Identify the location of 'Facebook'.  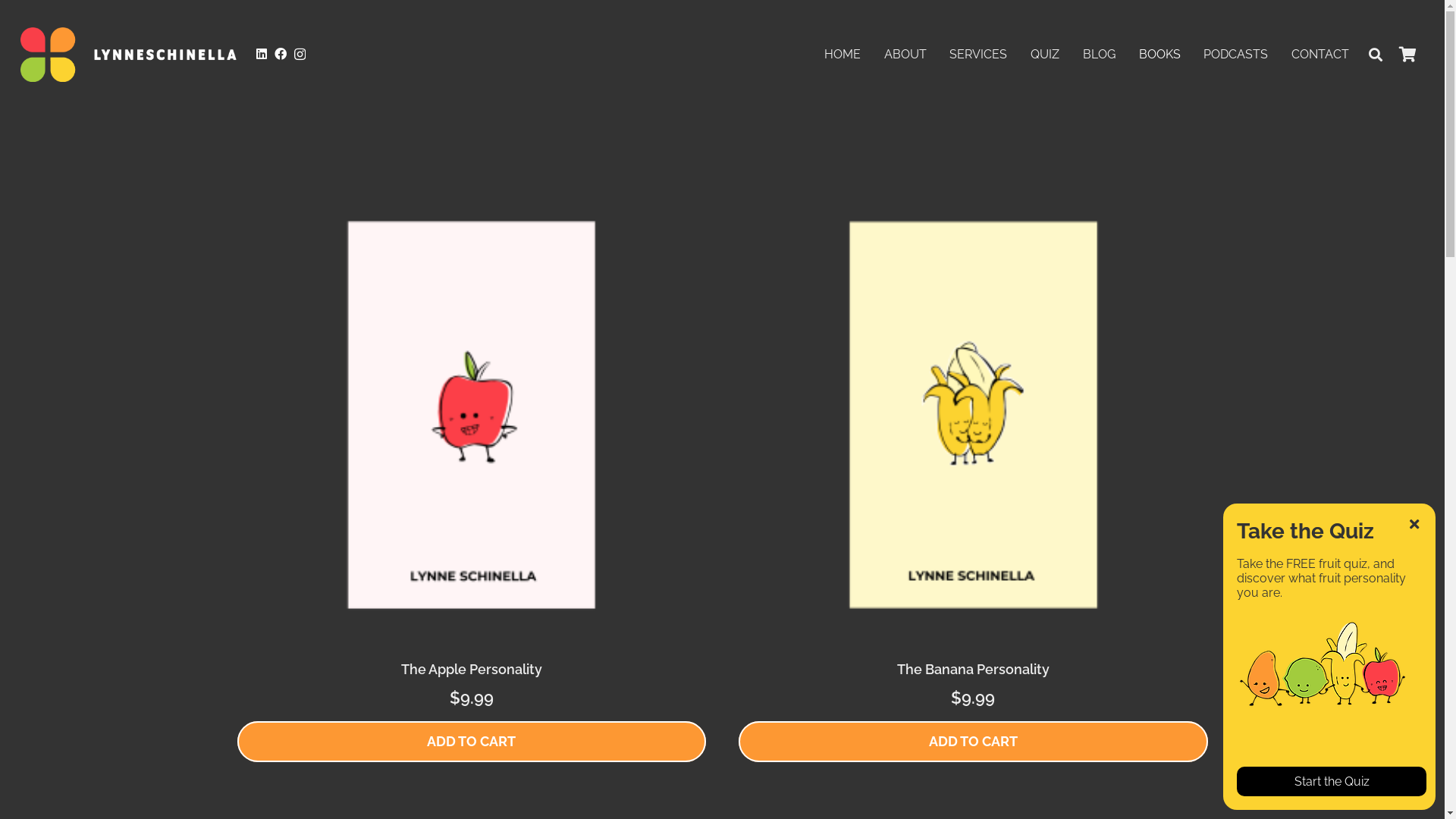
(280, 52).